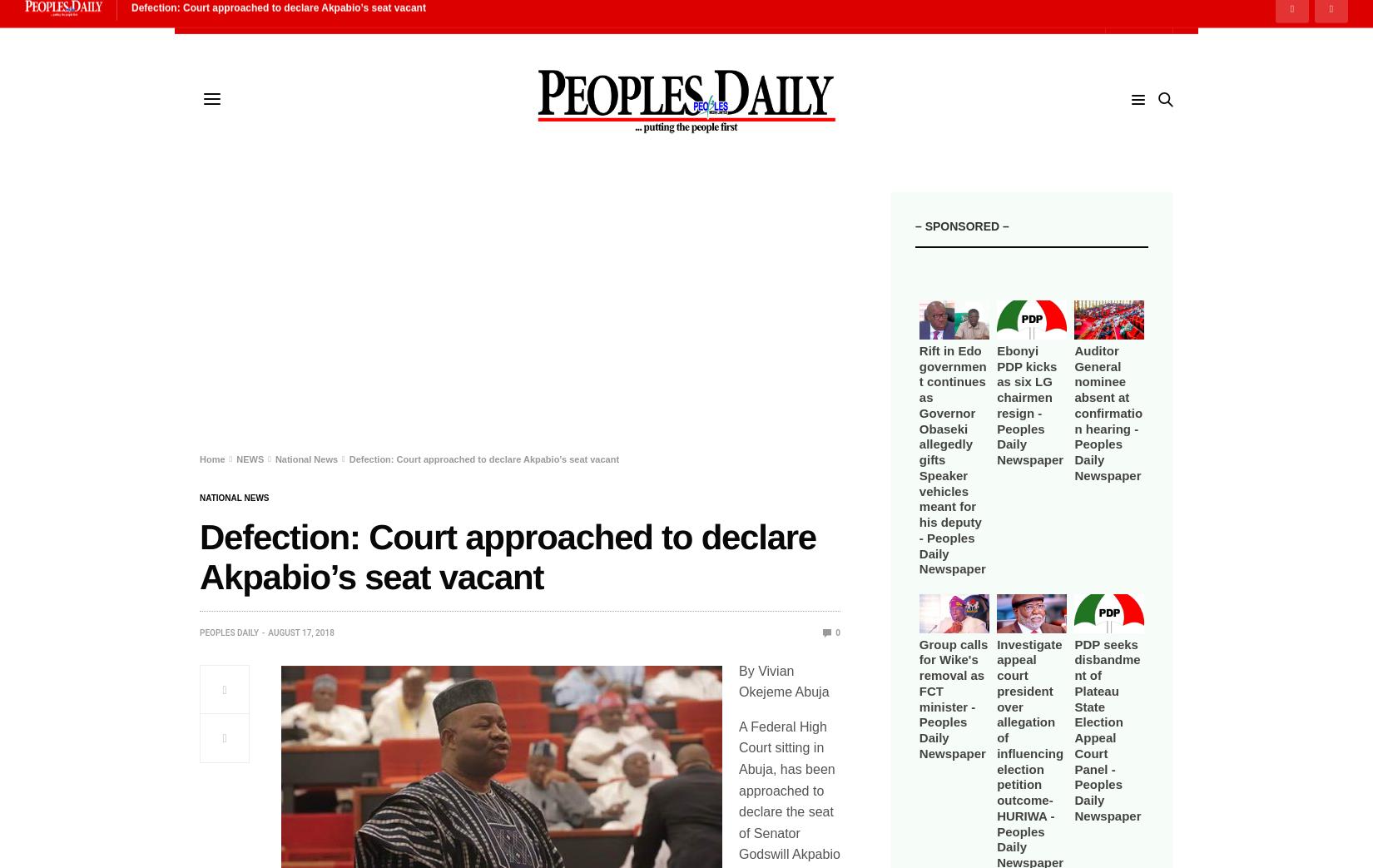  I want to click on '0', so click(836, 631).